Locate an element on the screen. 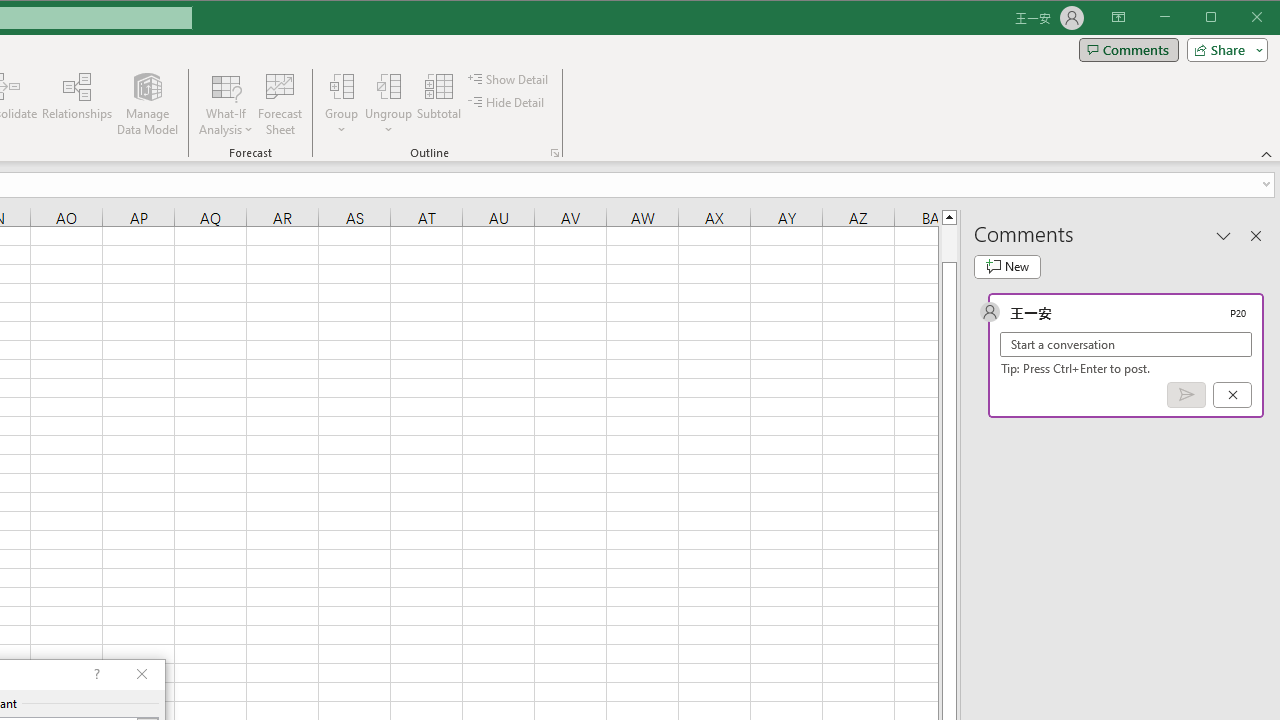  'Task Pane Options' is located at coordinates (1223, 234).